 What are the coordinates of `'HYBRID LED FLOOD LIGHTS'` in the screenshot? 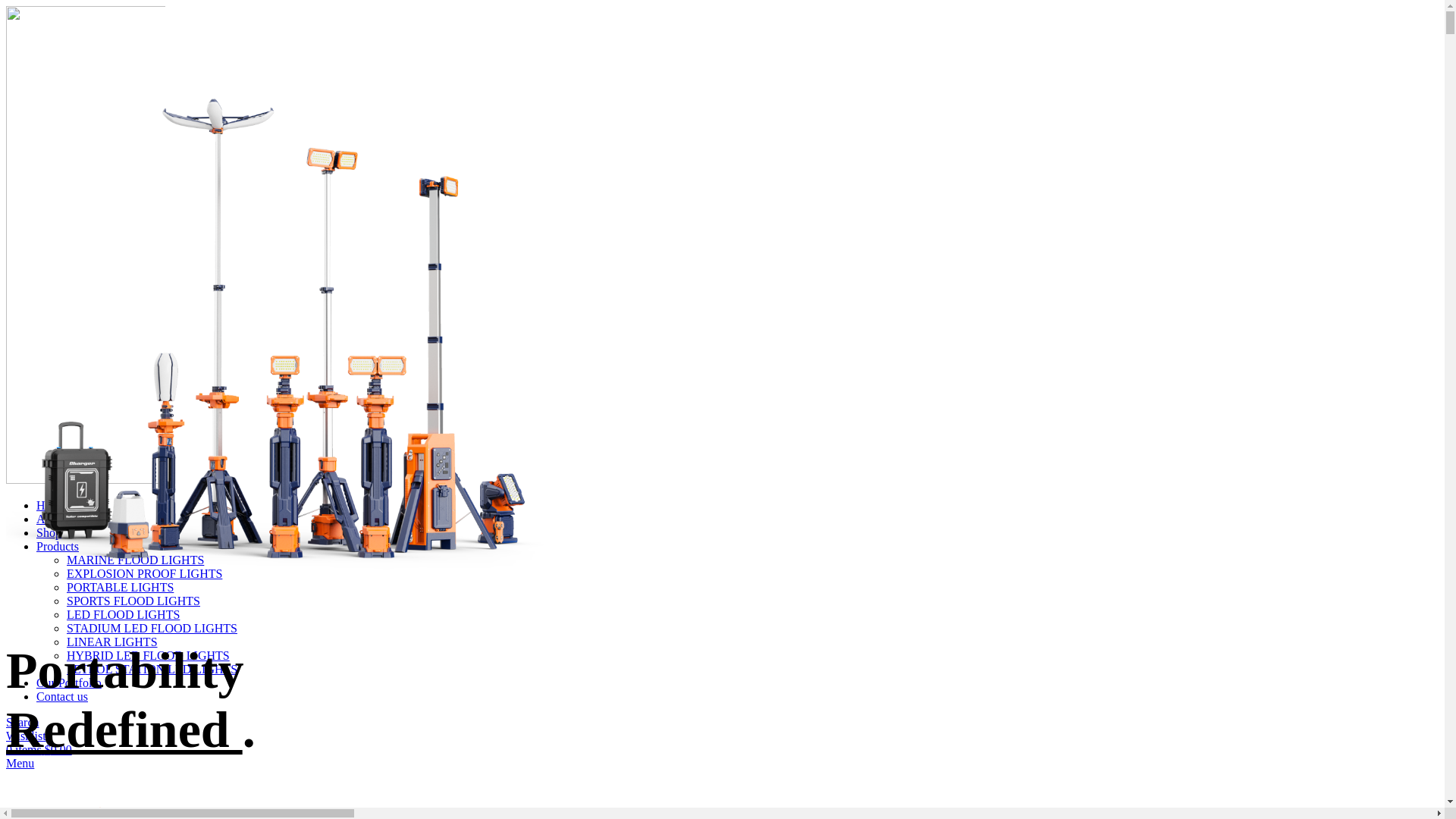 It's located at (148, 654).